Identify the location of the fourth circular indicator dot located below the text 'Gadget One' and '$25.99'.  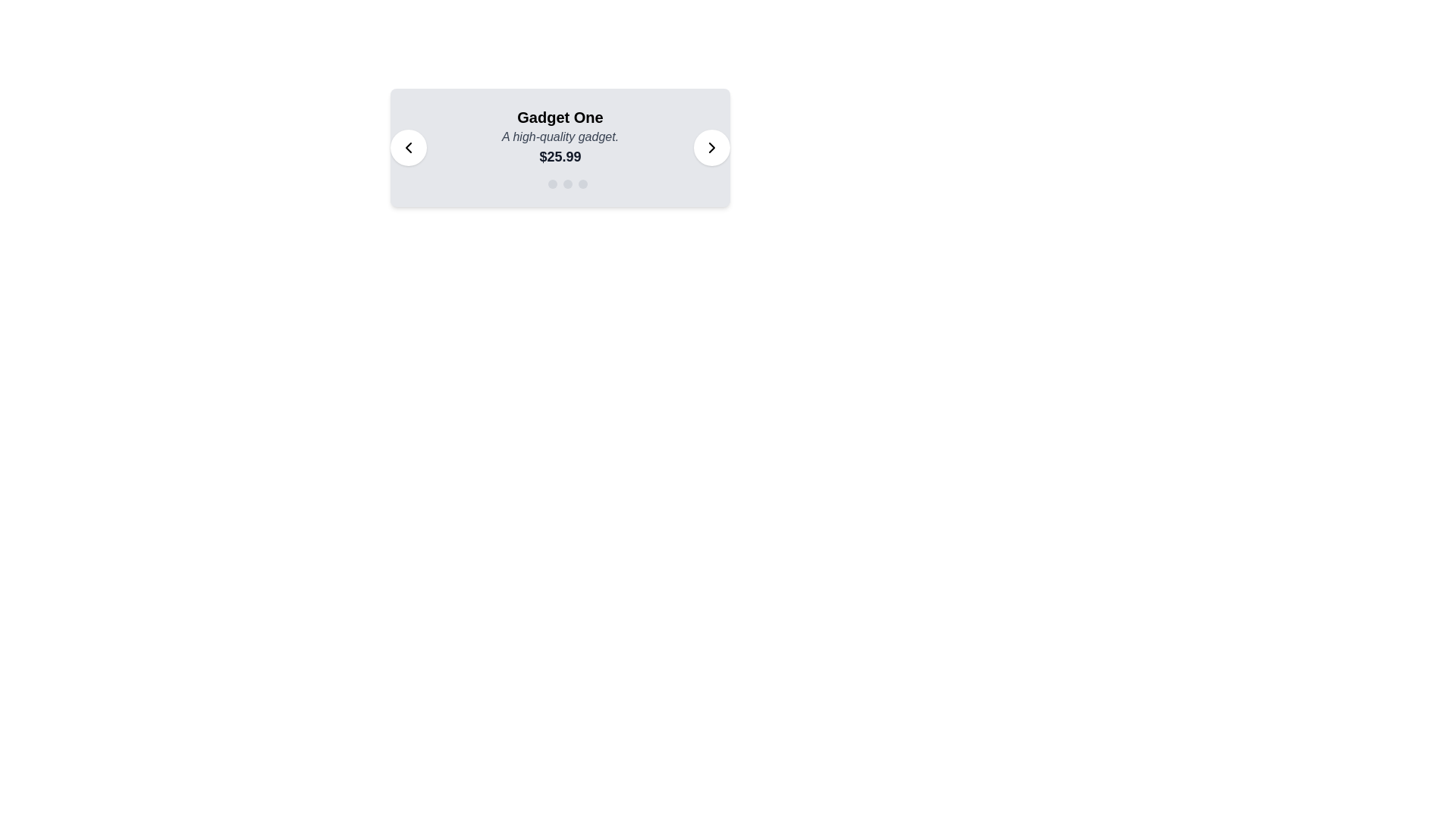
(582, 184).